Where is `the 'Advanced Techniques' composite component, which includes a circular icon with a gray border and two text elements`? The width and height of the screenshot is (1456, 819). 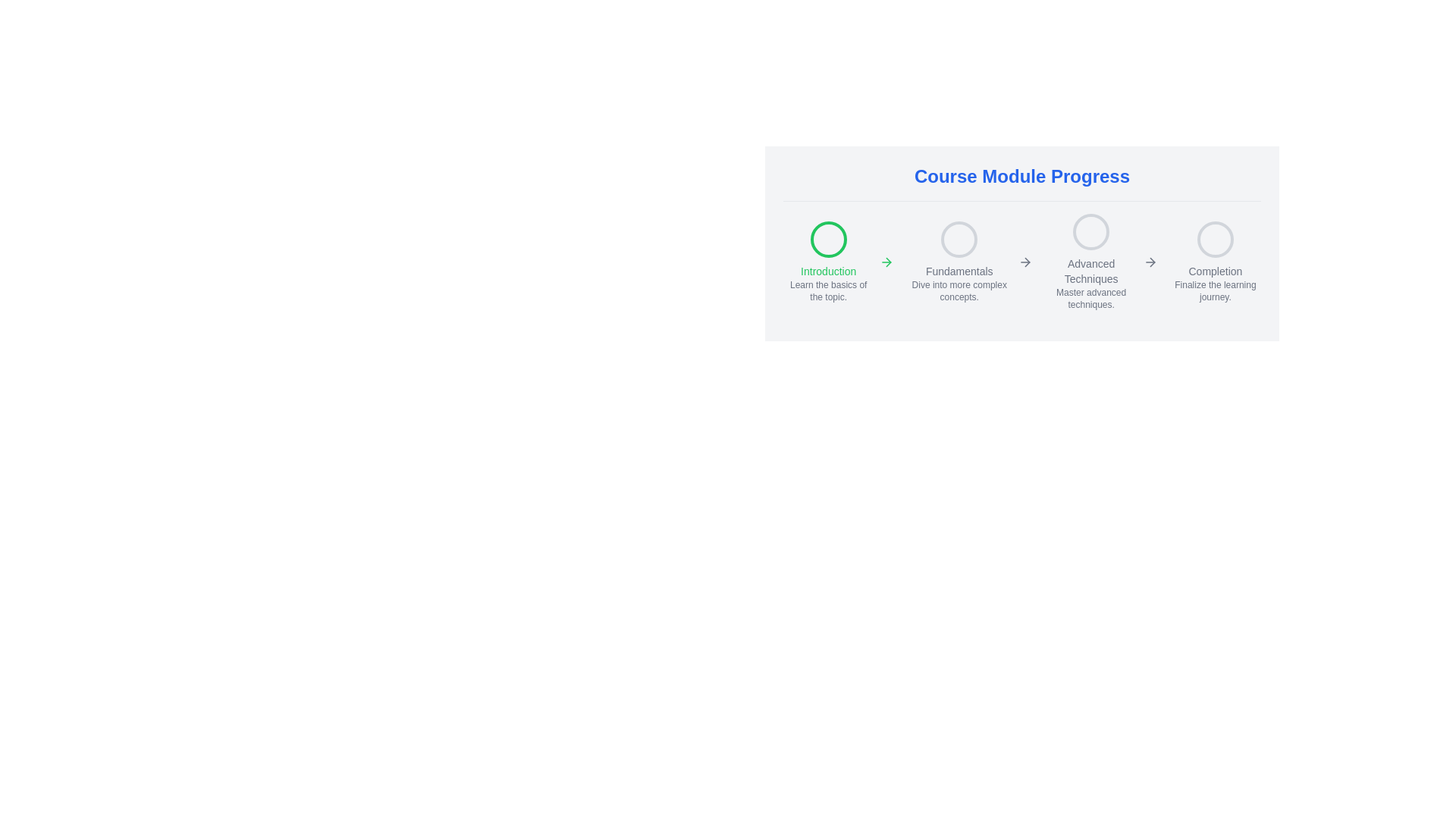
the 'Advanced Techniques' composite component, which includes a circular icon with a gray border and two text elements is located at coordinates (1090, 262).